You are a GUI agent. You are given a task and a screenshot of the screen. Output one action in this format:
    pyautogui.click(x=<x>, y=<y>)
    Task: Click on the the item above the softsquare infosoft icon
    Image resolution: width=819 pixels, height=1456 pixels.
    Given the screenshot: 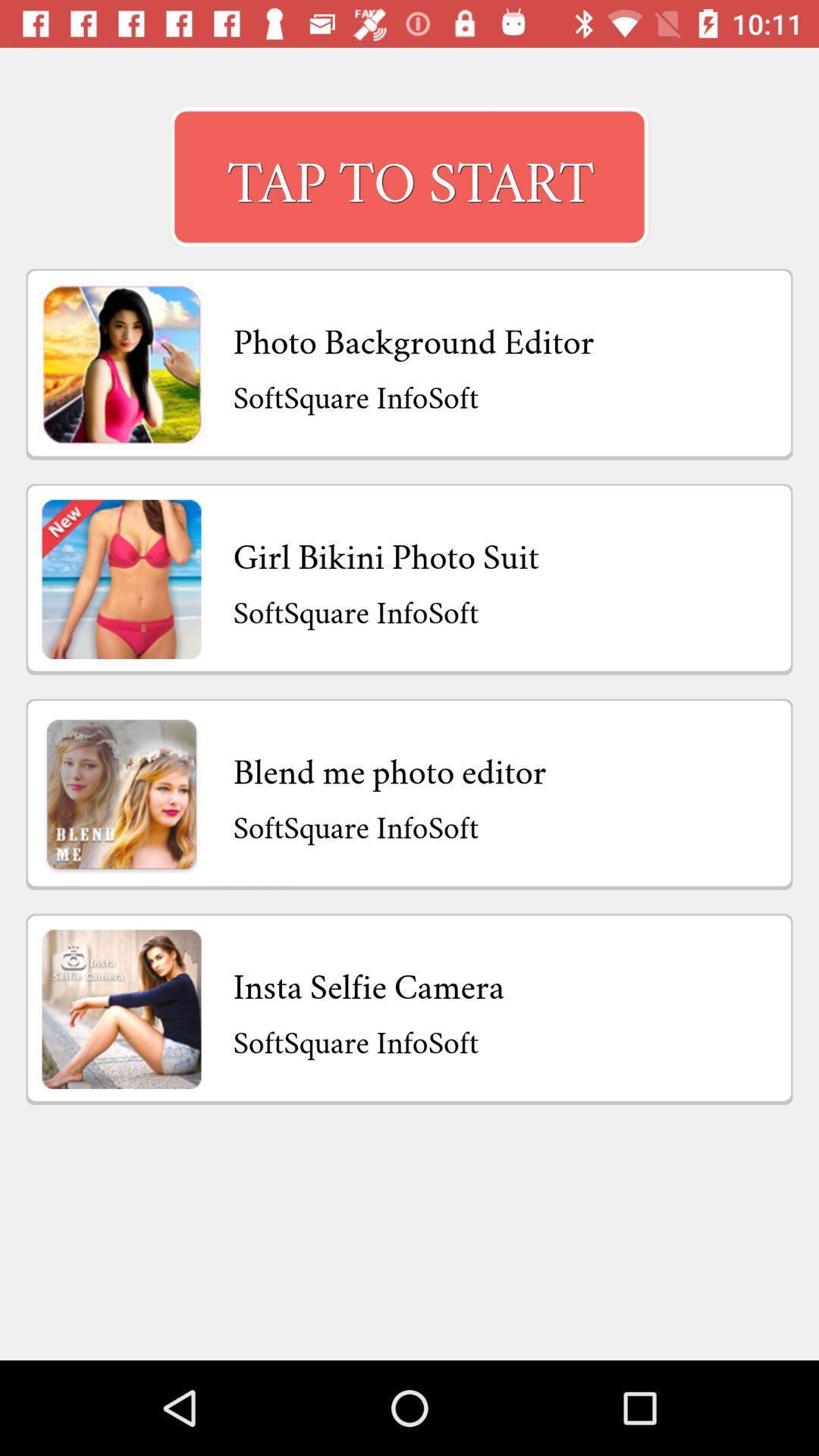 What is the action you would take?
    pyautogui.click(x=369, y=983)
    